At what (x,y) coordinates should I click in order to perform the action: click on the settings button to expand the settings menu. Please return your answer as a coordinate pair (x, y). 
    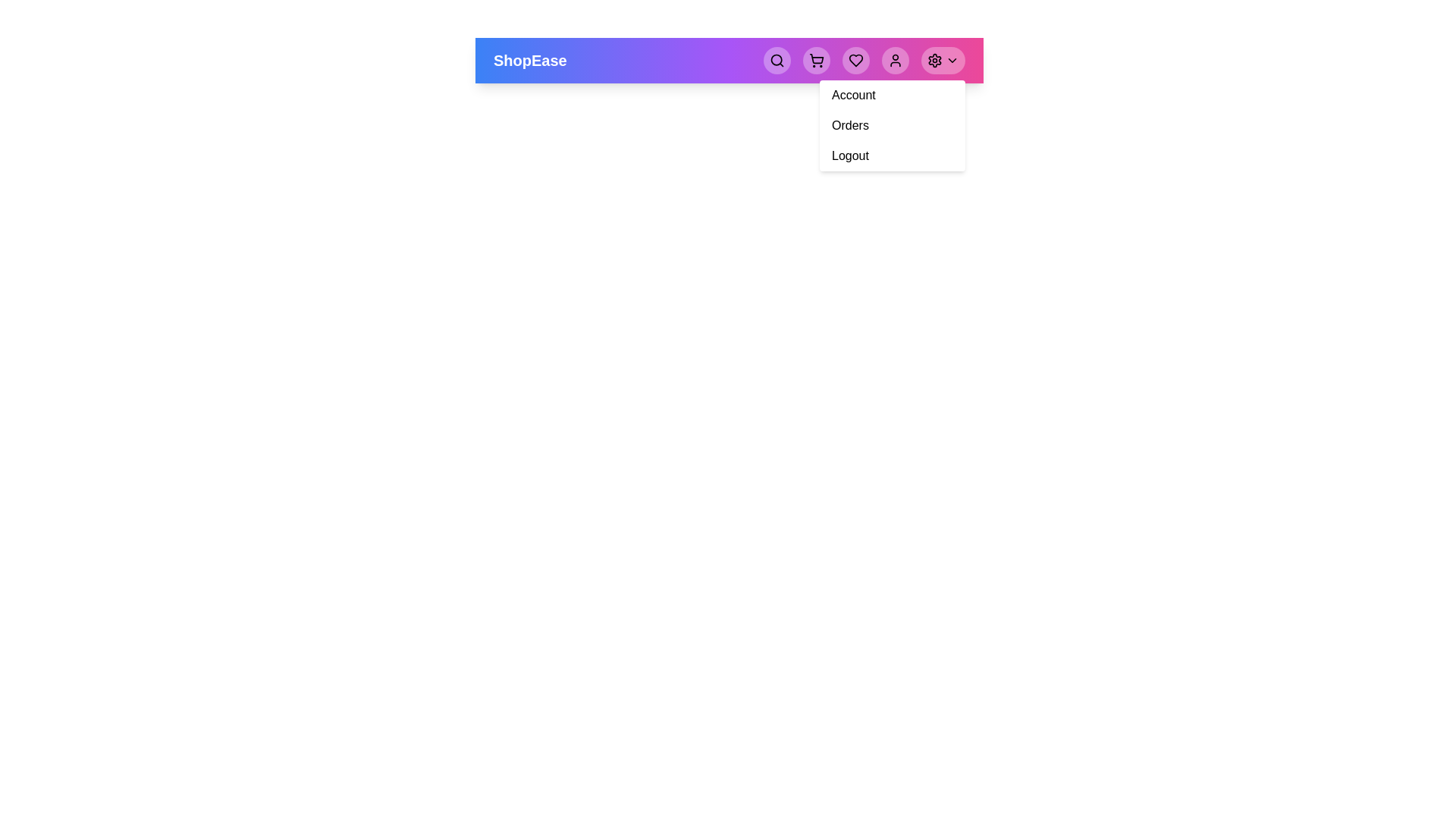
    Looking at the image, I should click on (942, 60).